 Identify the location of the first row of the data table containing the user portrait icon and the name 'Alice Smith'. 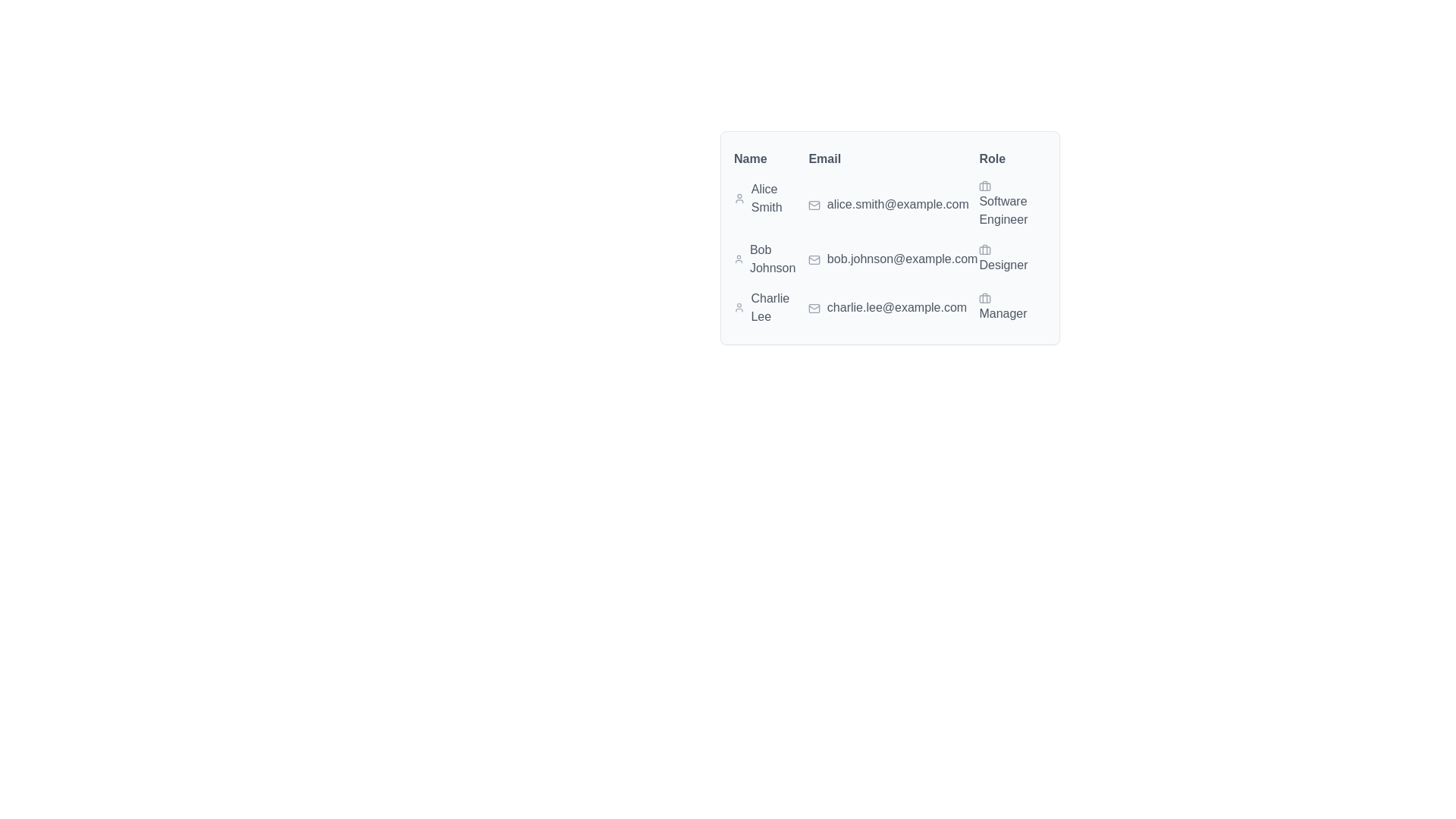
(890, 205).